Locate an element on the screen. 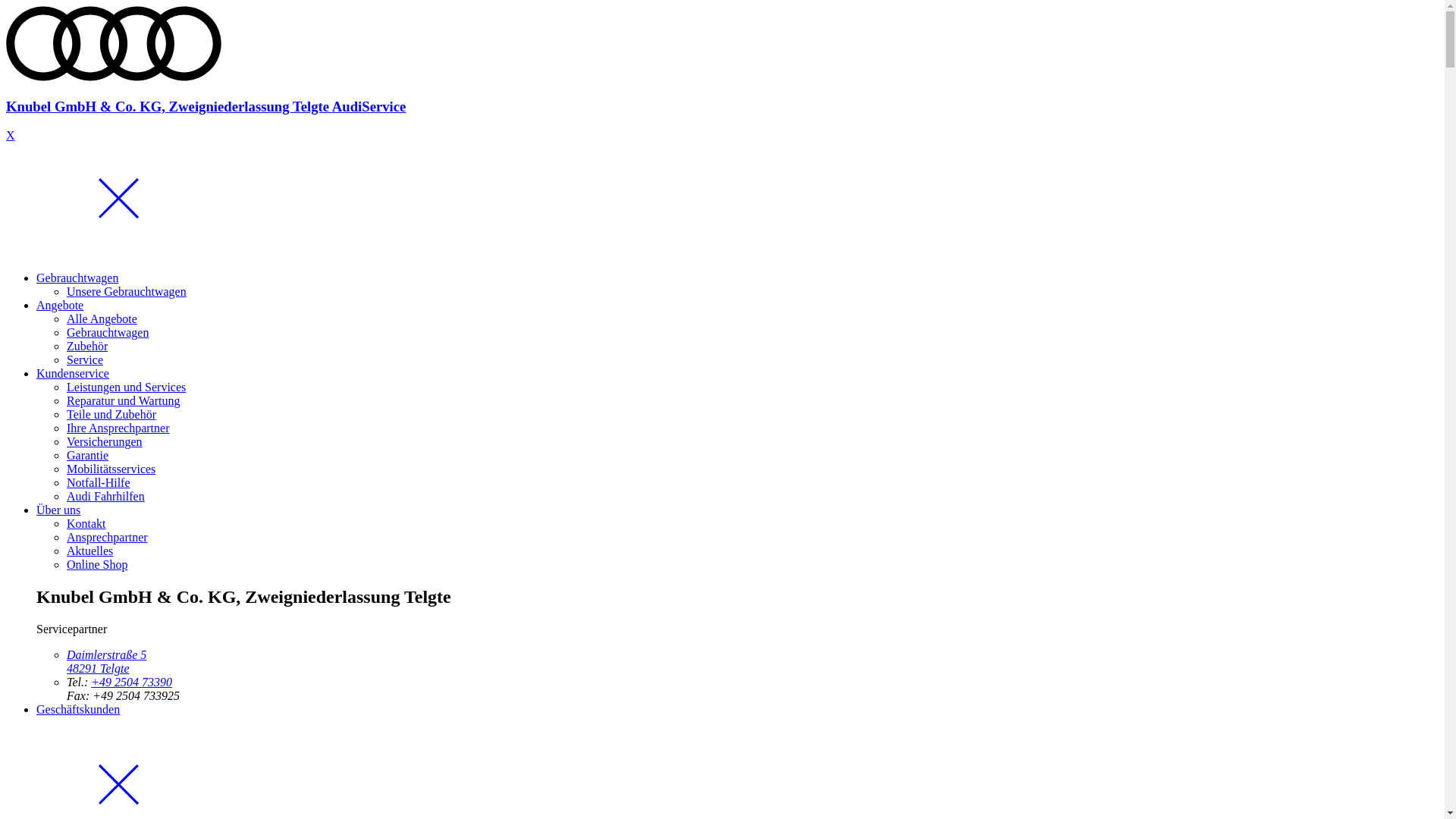 This screenshot has width=1456, height=819. 'Knubel GmbH & Co. KG, Zweigniederlassung Telgte AudiService' is located at coordinates (6, 93).